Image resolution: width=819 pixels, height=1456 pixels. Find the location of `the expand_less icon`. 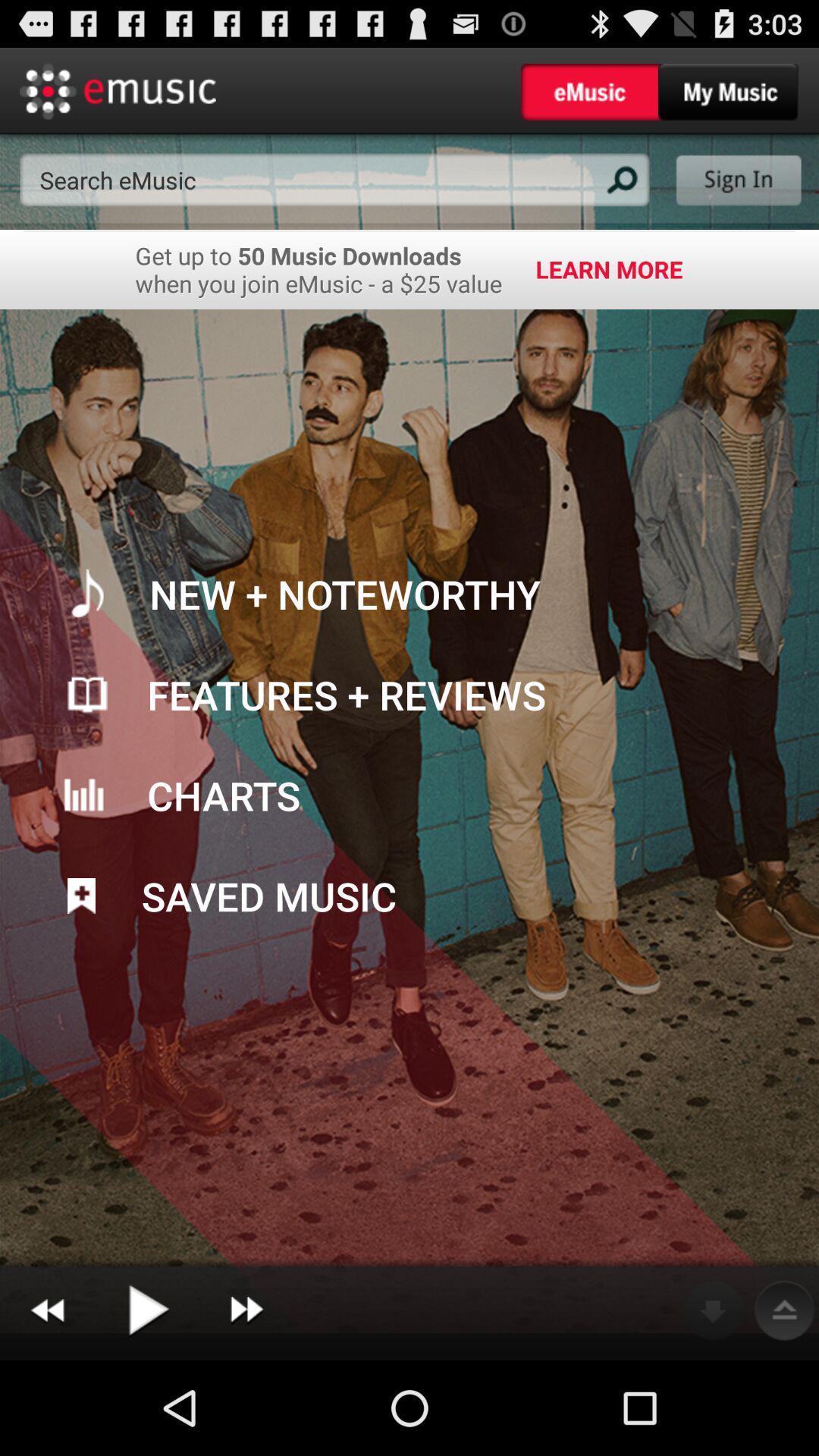

the expand_less icon is located at coordinates (784, 1402).